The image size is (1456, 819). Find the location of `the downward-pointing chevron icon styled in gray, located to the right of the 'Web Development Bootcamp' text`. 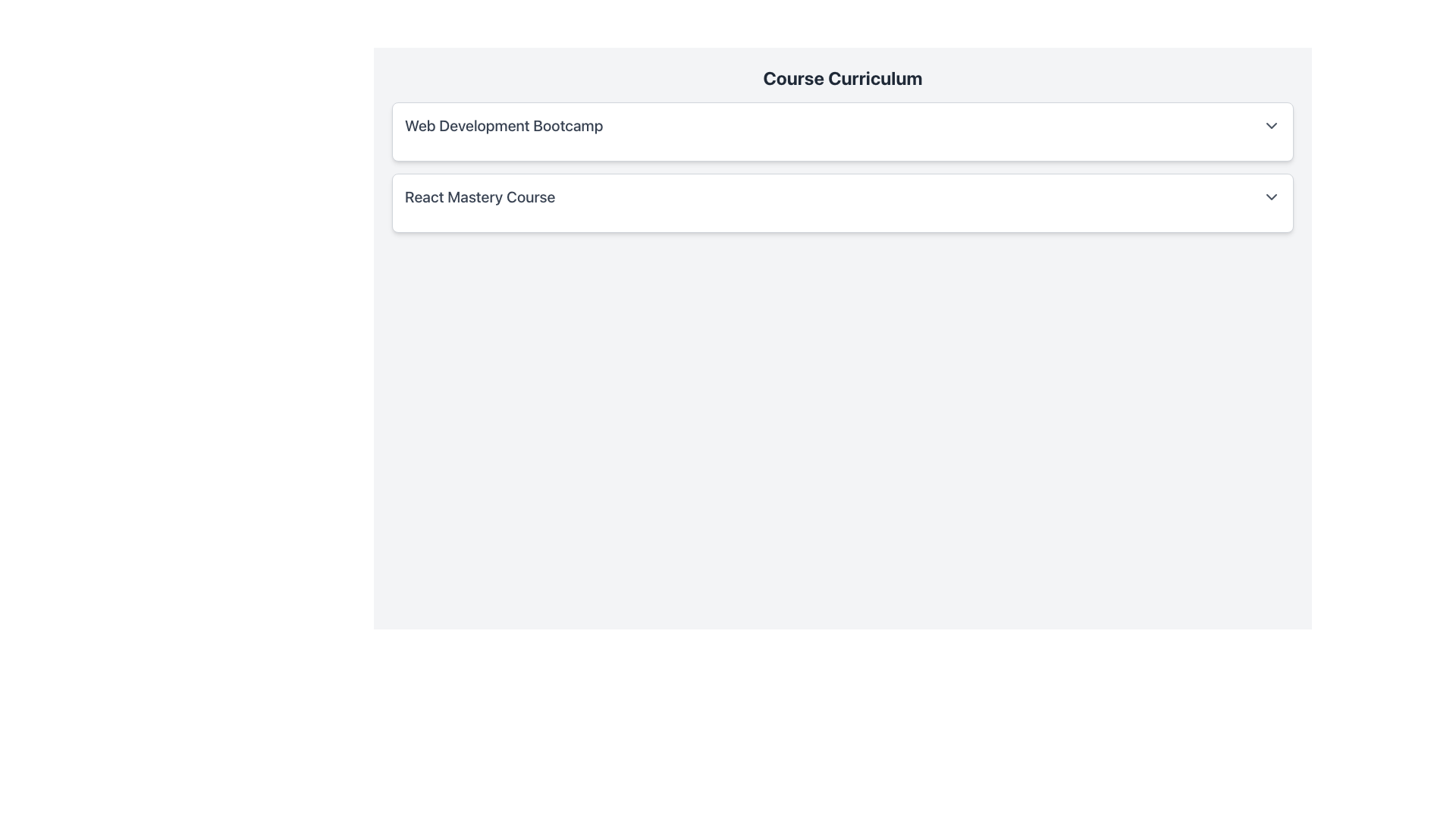

the downward-pointing chevron icon styled in gray, located to the right of the 'Web Development Bootcamp' text is located at coordinates (1271, 124).